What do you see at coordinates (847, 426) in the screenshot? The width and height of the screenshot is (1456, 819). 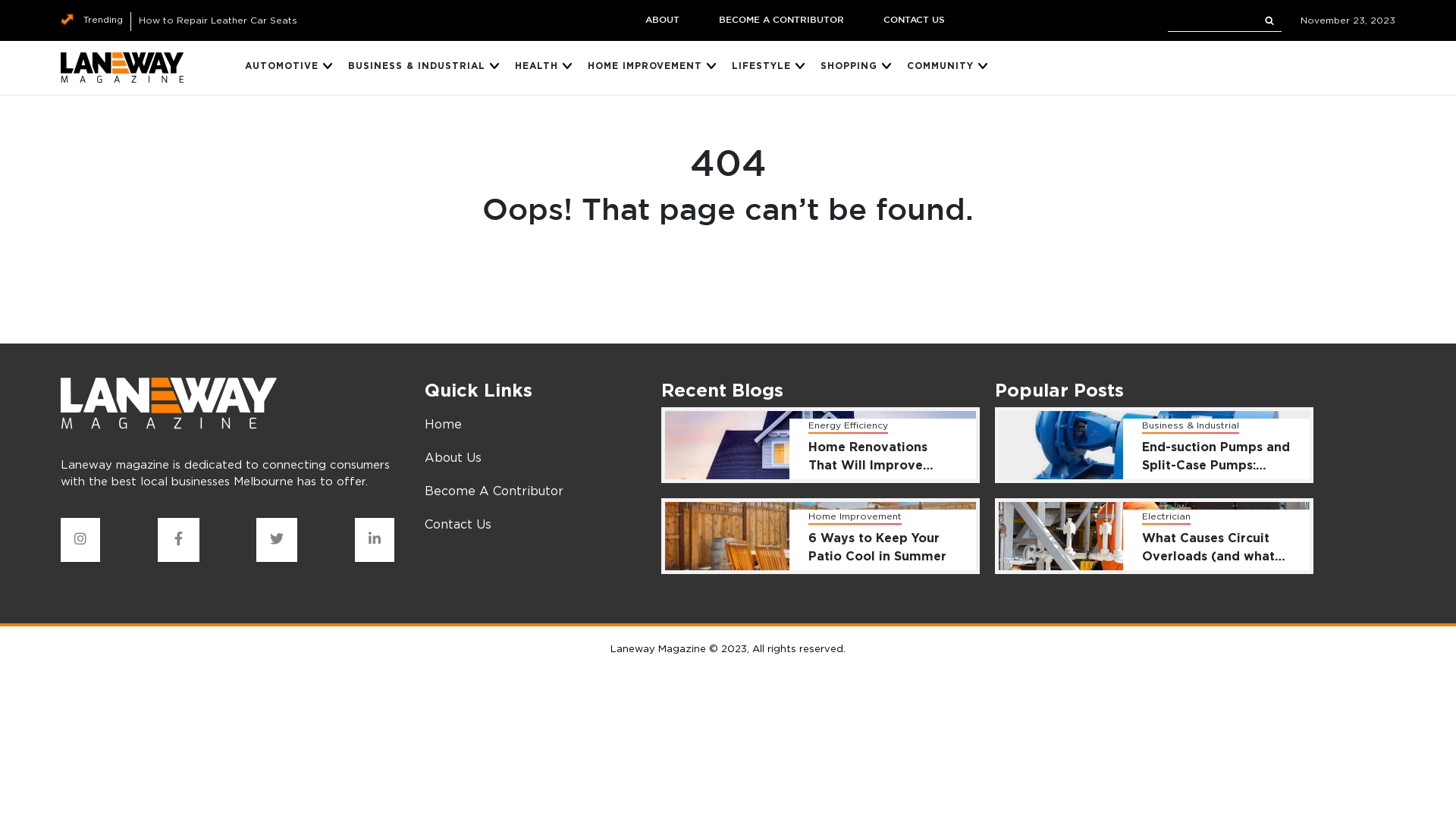 I see `'Energy Efficiency'` at bounding box center [847, 426].